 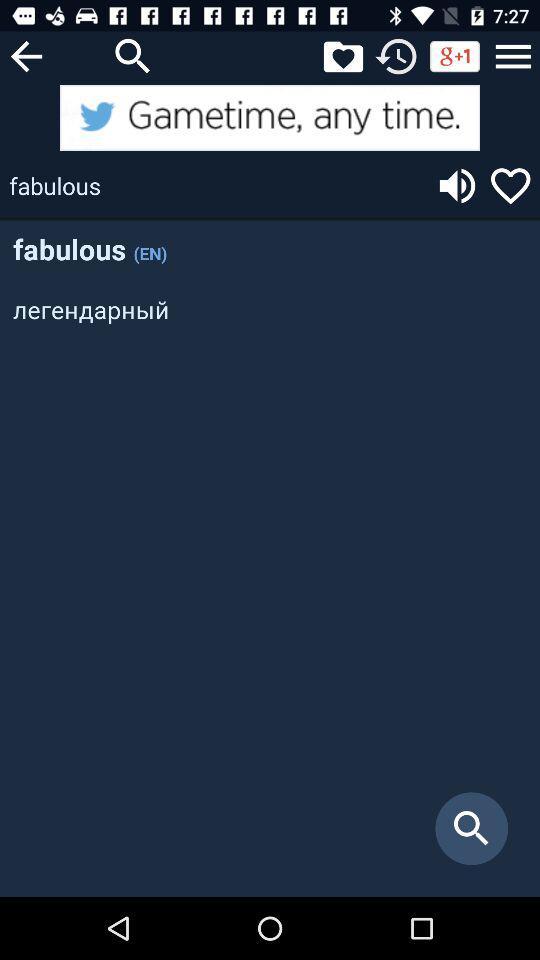 I want to click on twitter advertisement, so click(x=270, y=117).